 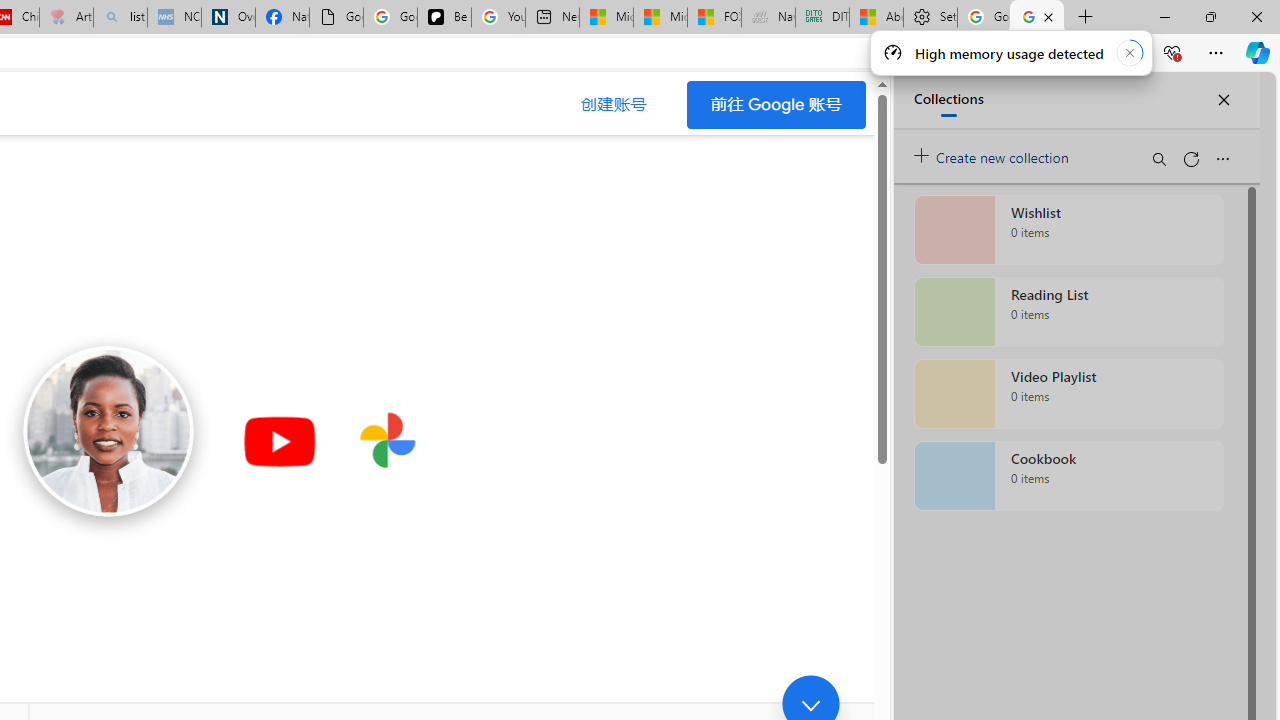 I want to click on 'FOX News - MSN', so click(x=714, y=17).